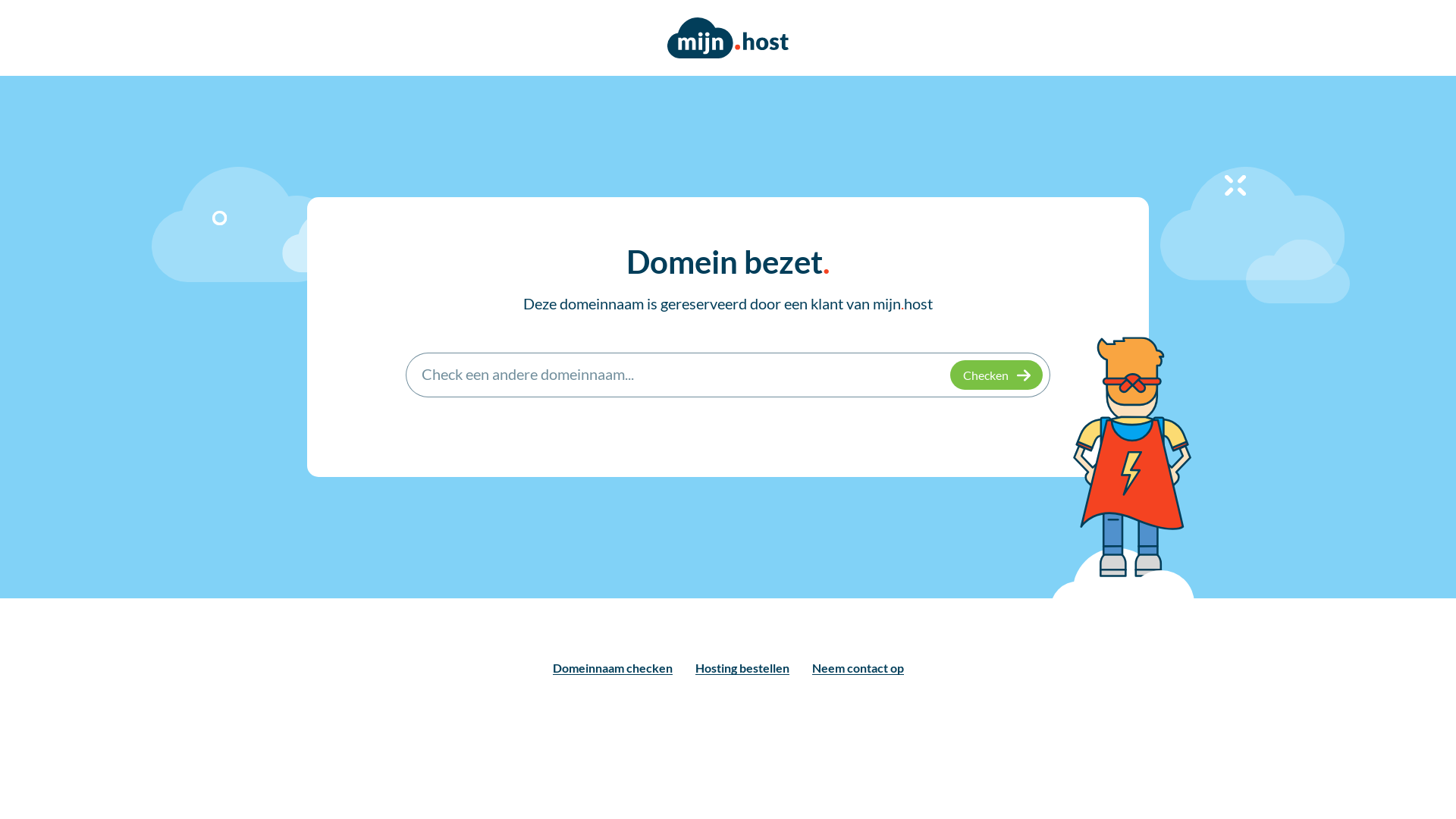 This screenshot has width=1456, height=819. I want to click on 'Neem contact op', so click(857, 667).